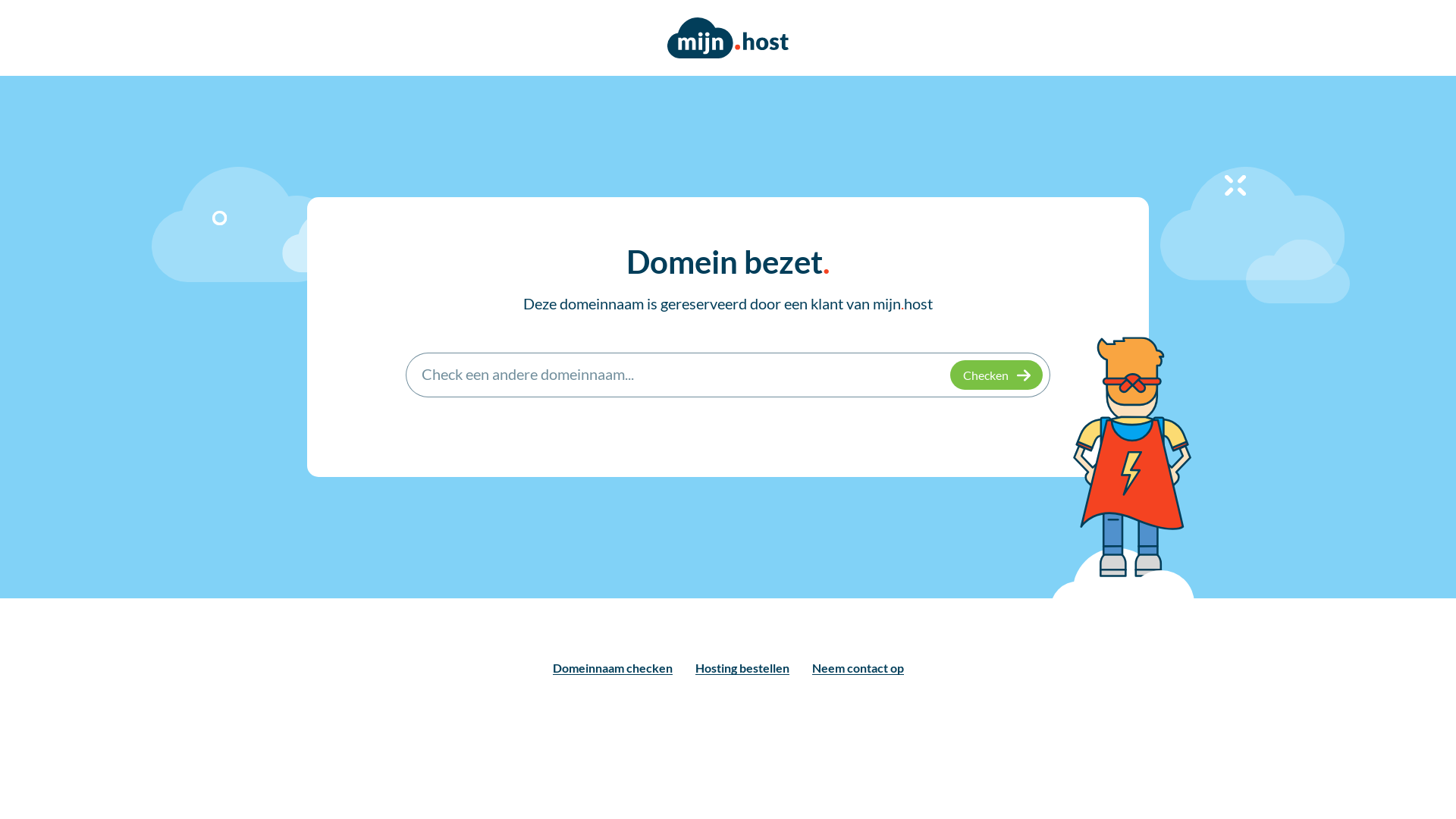 This screenshot has width=1456, height=819. I want to click on 'Neem contact op', so click(857, 667).